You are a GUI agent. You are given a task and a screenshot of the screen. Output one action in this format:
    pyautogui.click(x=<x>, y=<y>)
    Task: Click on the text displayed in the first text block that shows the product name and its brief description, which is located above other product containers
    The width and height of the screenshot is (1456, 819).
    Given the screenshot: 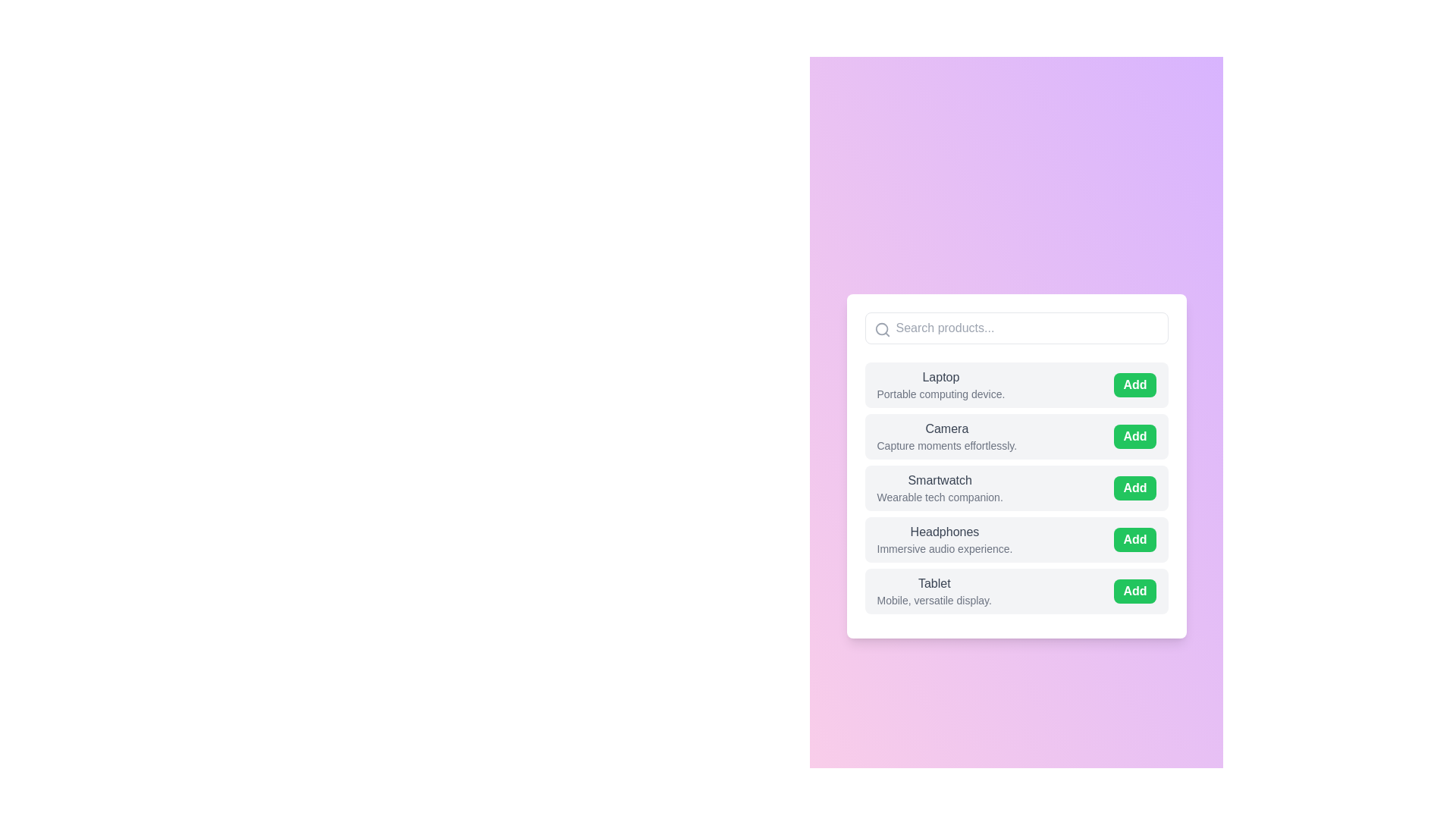 What is the action you would take?
    pyautogui.click(x=940, y=384)
    